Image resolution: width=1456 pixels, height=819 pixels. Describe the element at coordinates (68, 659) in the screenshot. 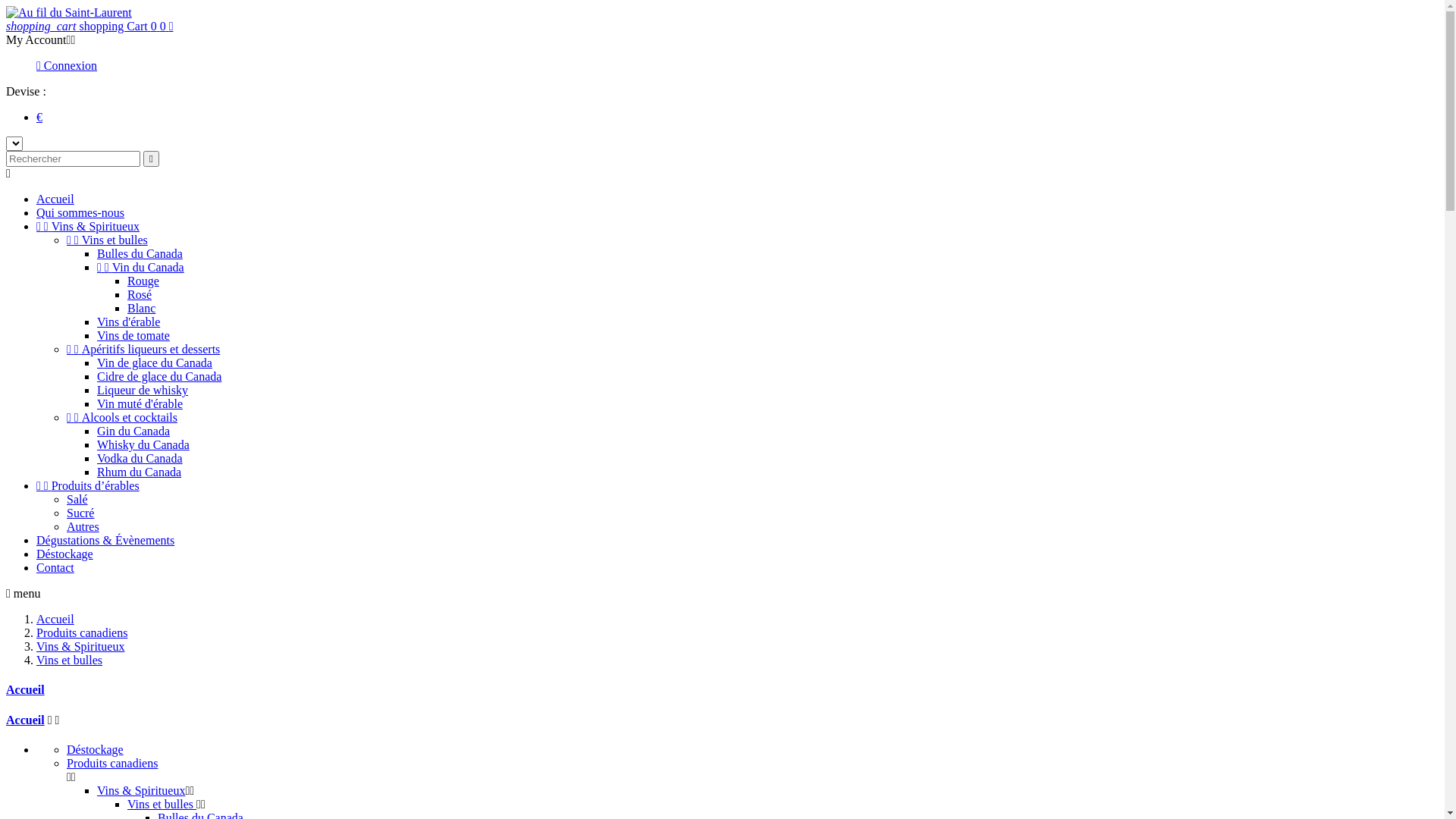

I see `'Vins et bulles'` at that location.